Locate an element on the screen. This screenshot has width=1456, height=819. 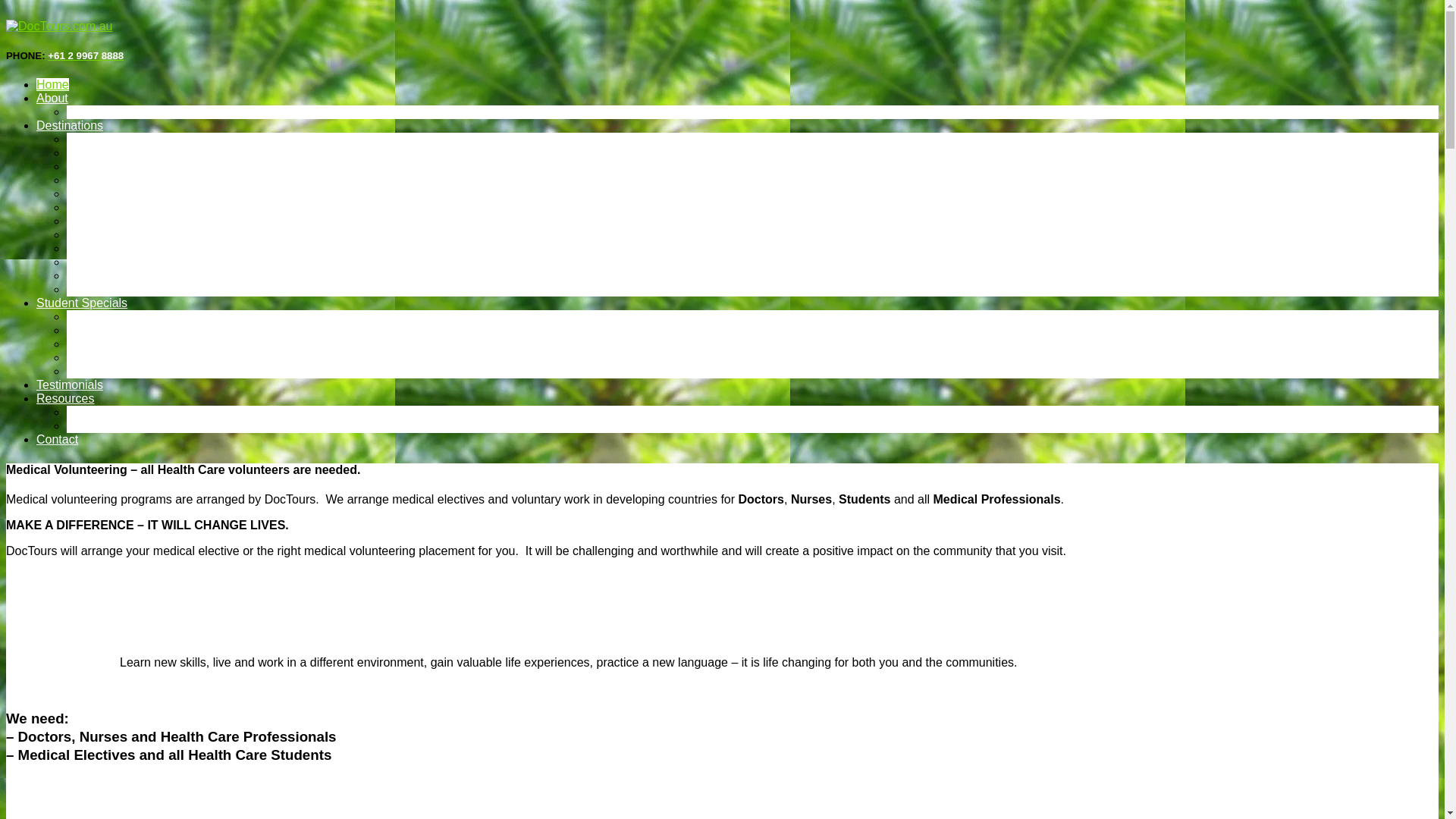
'Sri Lanka' is located at coordinates (65, 207).